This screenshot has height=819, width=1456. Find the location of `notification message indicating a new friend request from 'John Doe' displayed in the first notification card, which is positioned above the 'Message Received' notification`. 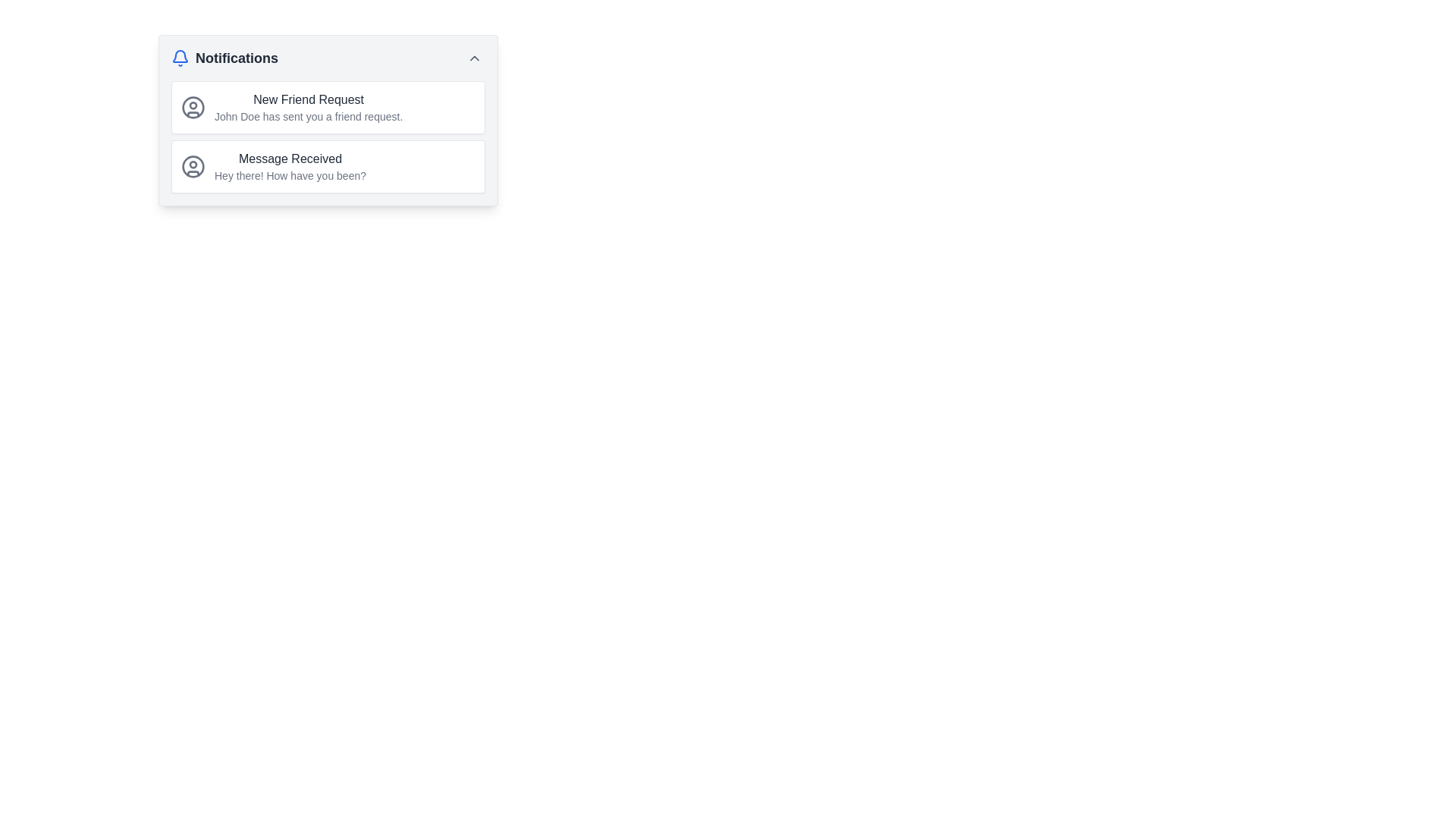

notification message indicating a new friend request from 'John Doe' displayed in the first notification card, which is positioned above the 'Message Received' notification is located at coordinates (308, 107).